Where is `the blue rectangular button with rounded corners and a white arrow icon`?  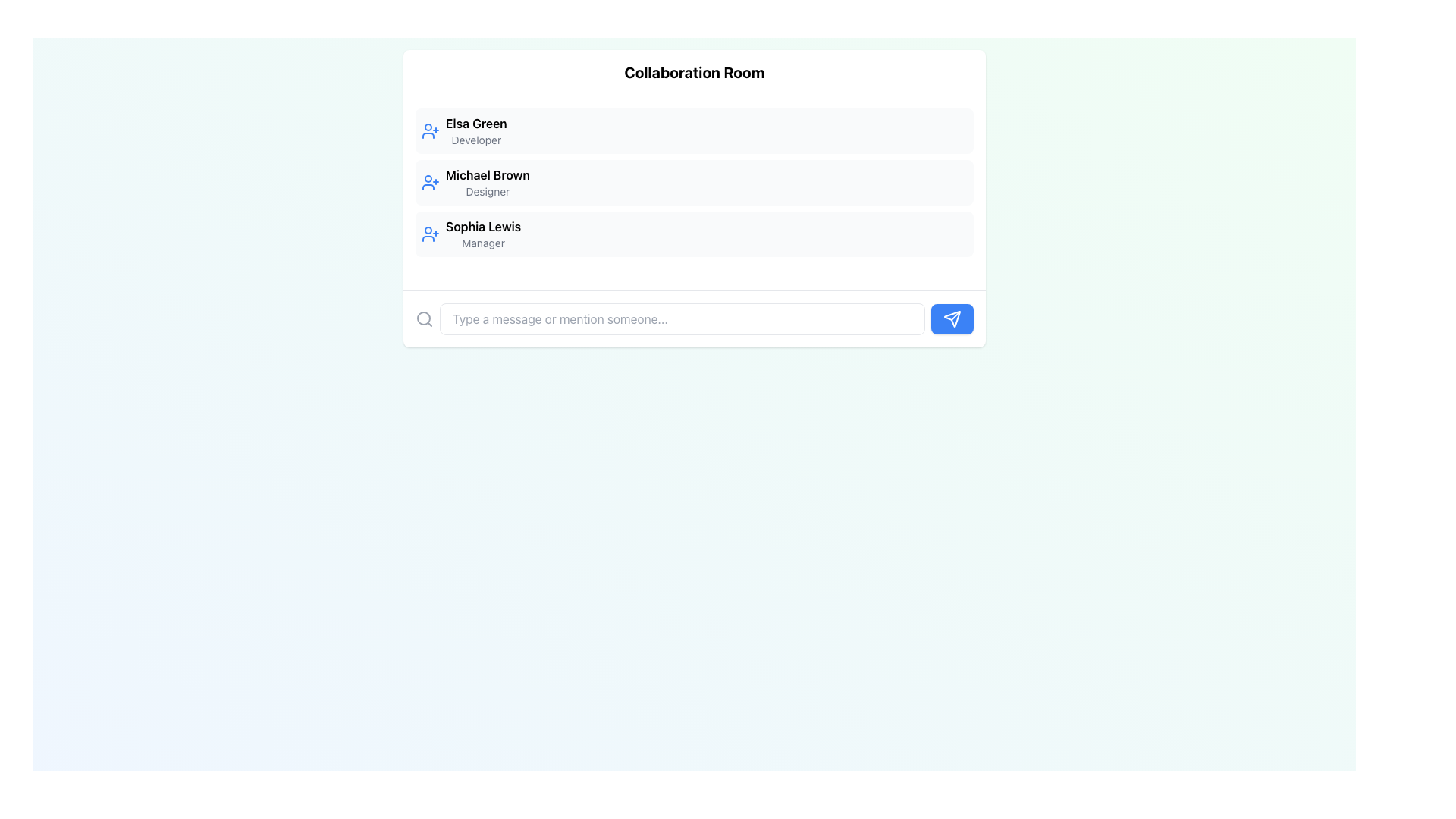
the blue rectangular button with rounded corners and a white arrow icon is located at coordinates (952, 318).